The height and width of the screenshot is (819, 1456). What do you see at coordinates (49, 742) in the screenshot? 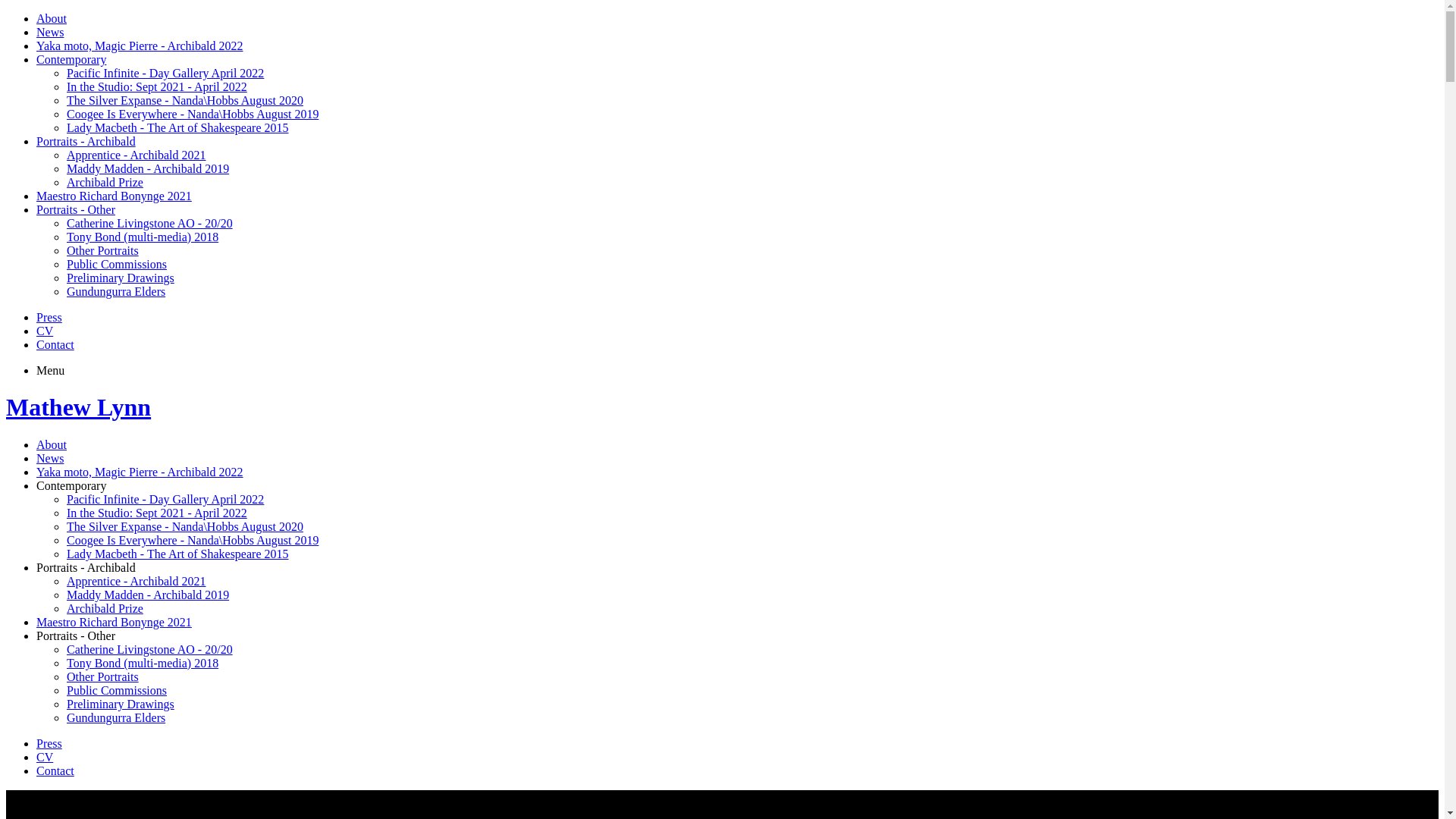
I see `'Press'` at bounding box center [49, 742].